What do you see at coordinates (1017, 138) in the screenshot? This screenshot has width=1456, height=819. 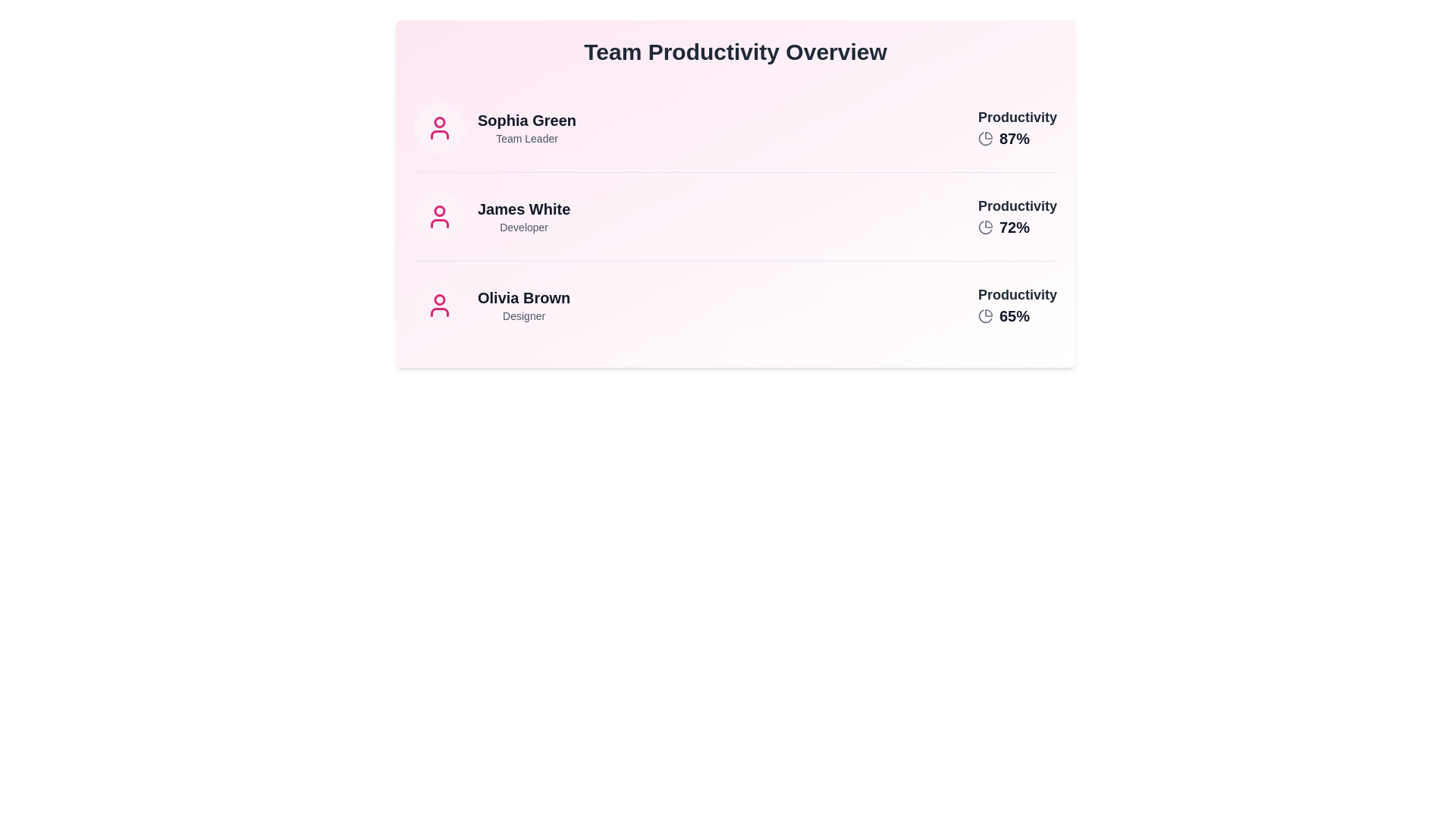 I see `the Text with Visual Icon displaying productivity percentage, located in the top-right section of the row next to the 'Productivity' label` at bounding box center [1017, 138].